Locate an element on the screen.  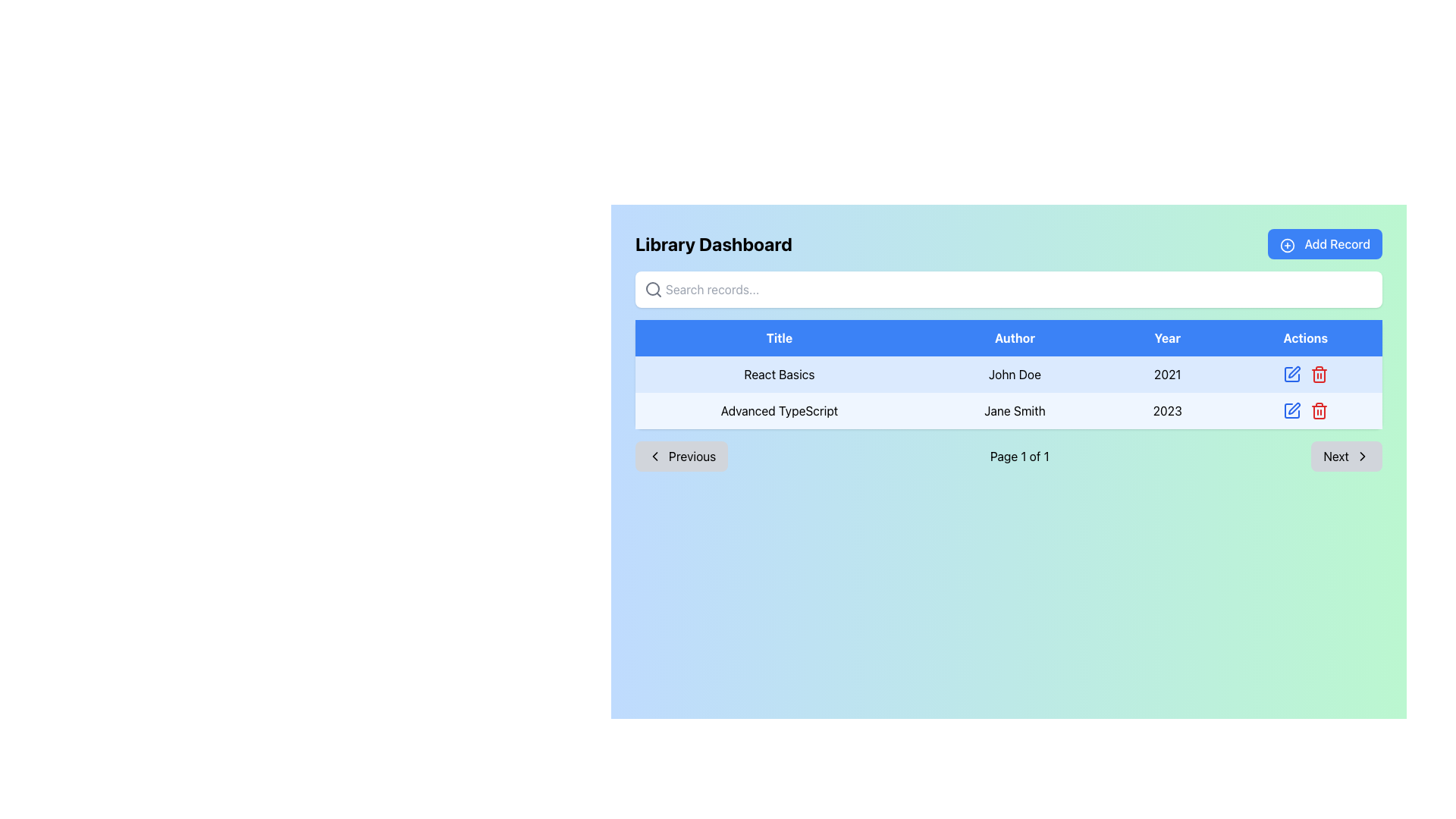
text label displaying 'Jane Smith' located in the second row under the 'Author' column of the table, which has a light blue background and is centered in the cell is located at coordinates (1015, 411).